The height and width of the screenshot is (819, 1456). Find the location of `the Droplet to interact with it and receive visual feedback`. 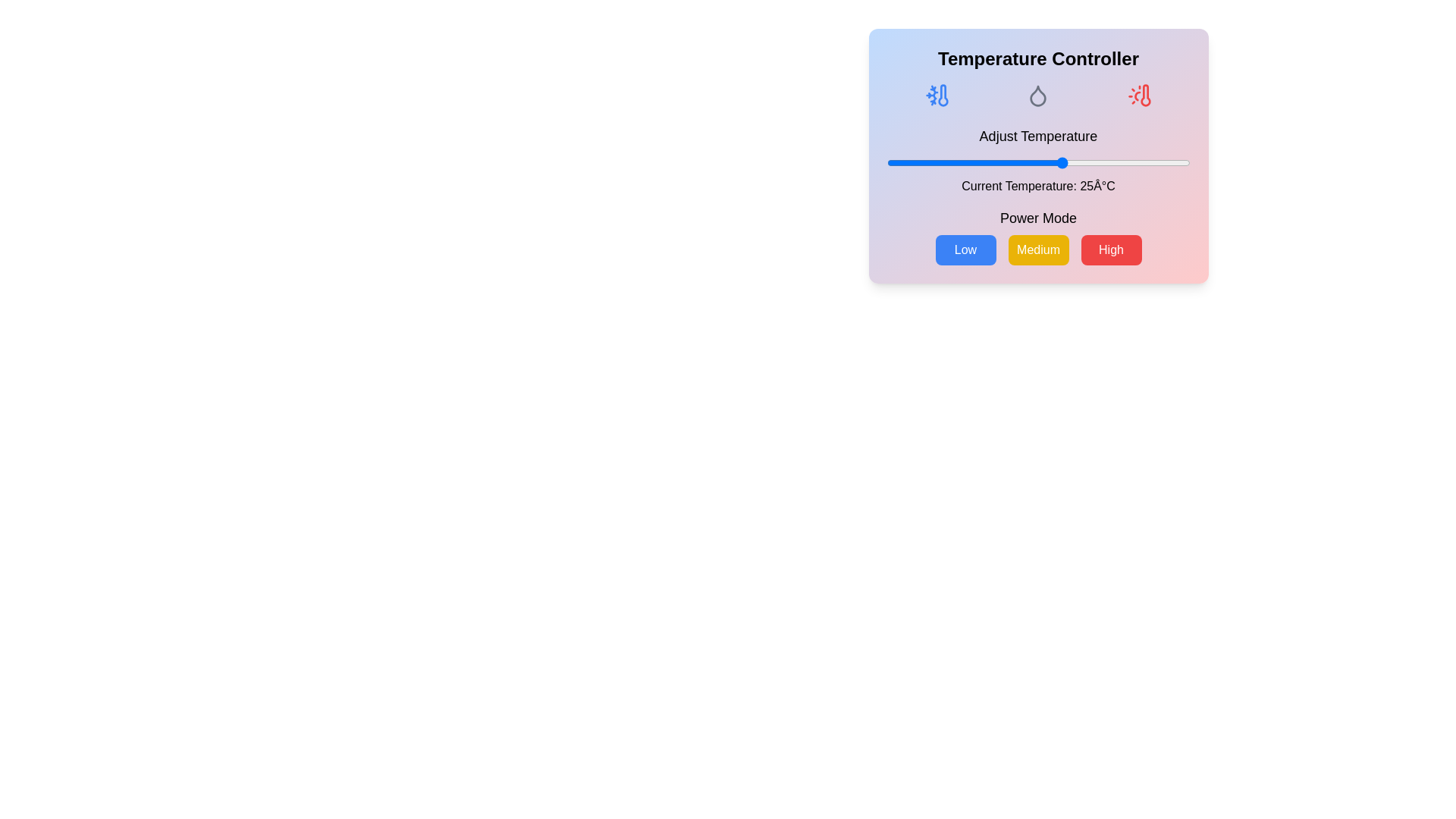

the Droplet to interact with it and receive visual feedback is located at coordinates (1037, 96).